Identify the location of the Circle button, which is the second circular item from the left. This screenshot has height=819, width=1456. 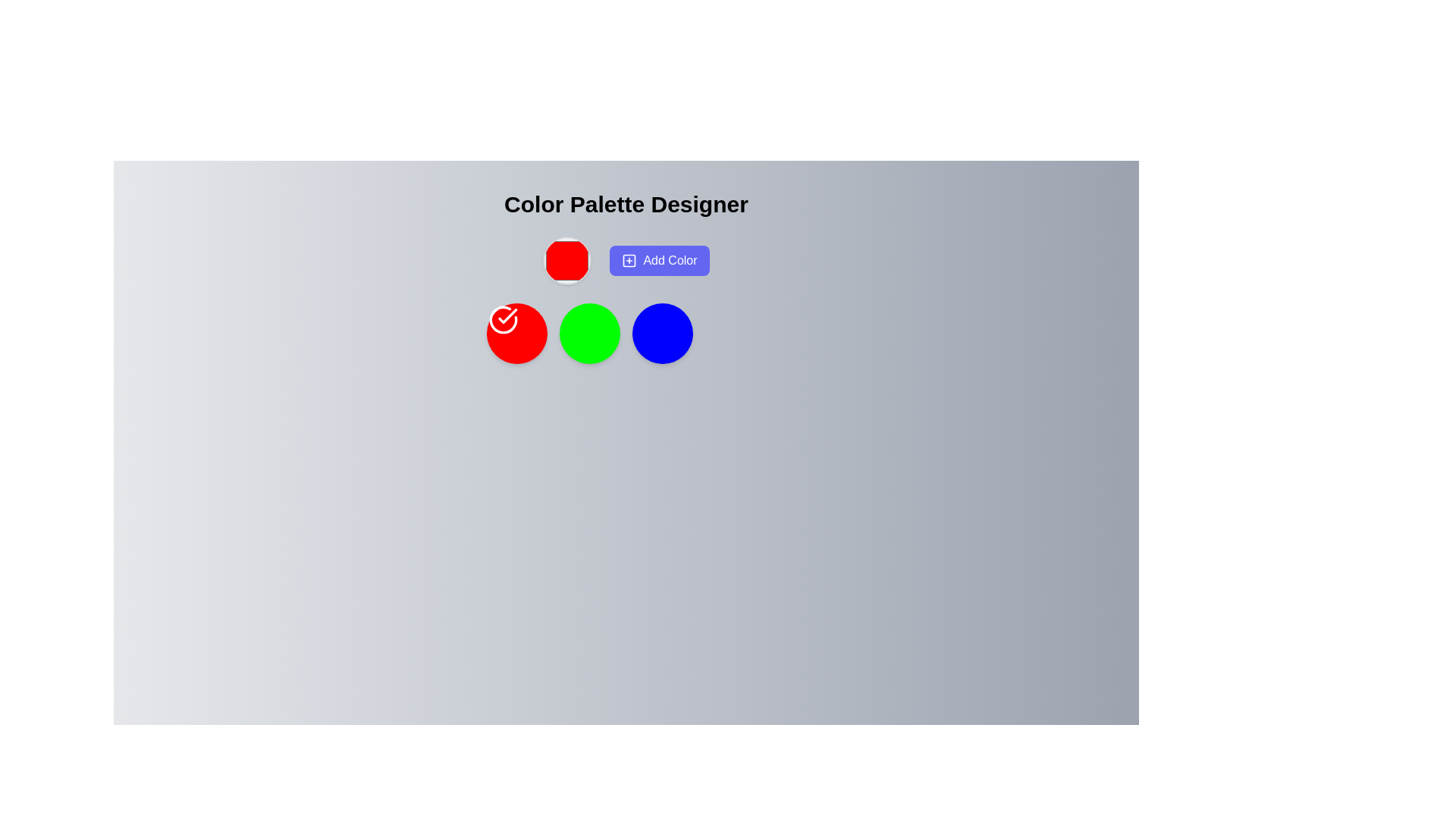
(588, 332).